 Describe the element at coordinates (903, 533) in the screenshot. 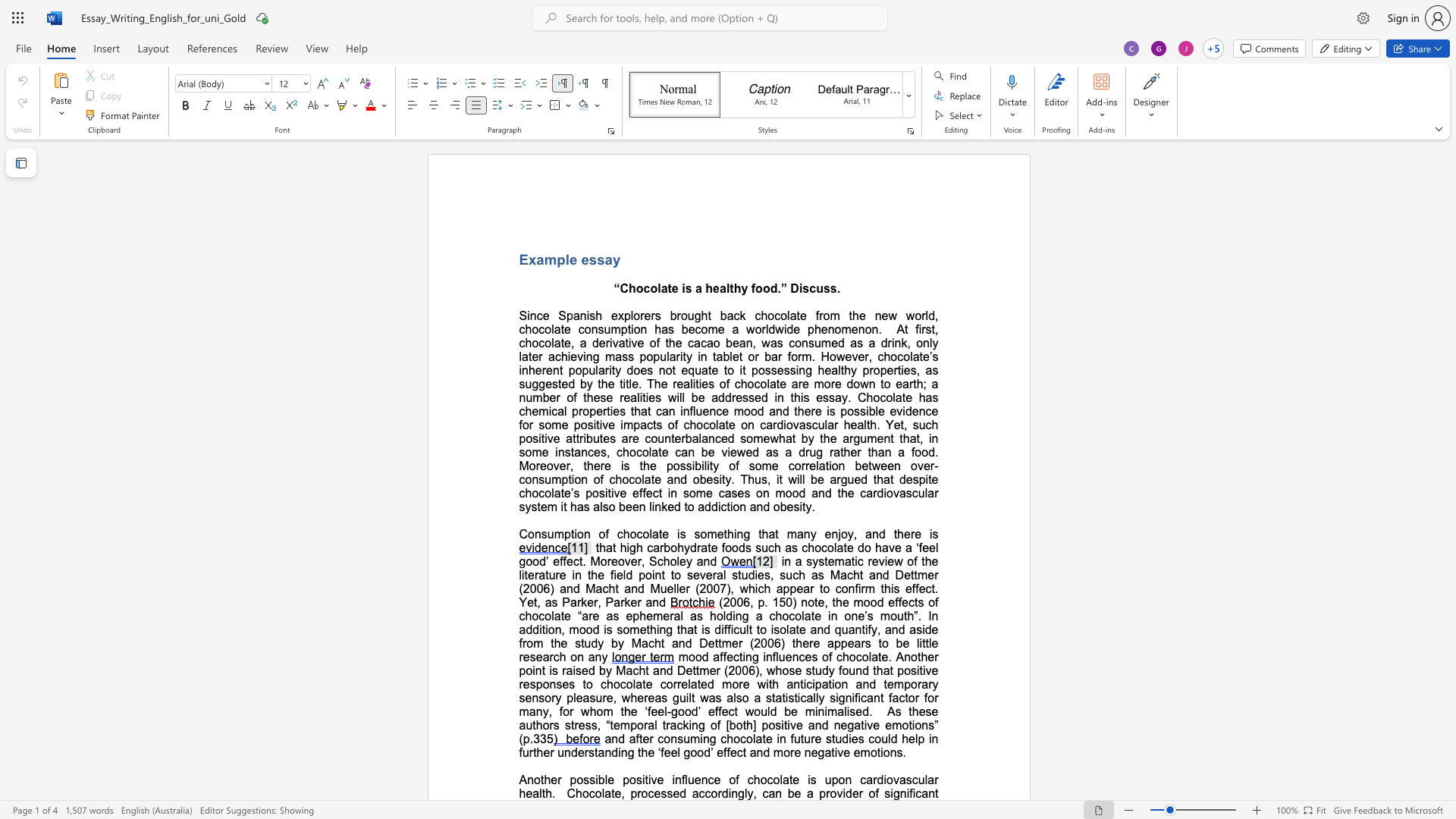

I see `the space between the continuous character "h" and "e" in the text` at that location.